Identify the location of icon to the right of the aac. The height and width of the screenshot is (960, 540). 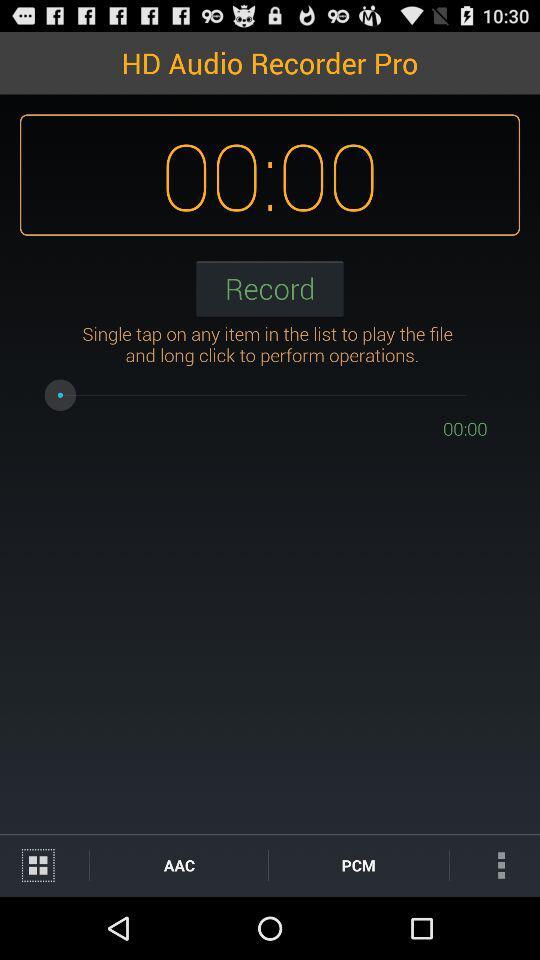
(357, 864).